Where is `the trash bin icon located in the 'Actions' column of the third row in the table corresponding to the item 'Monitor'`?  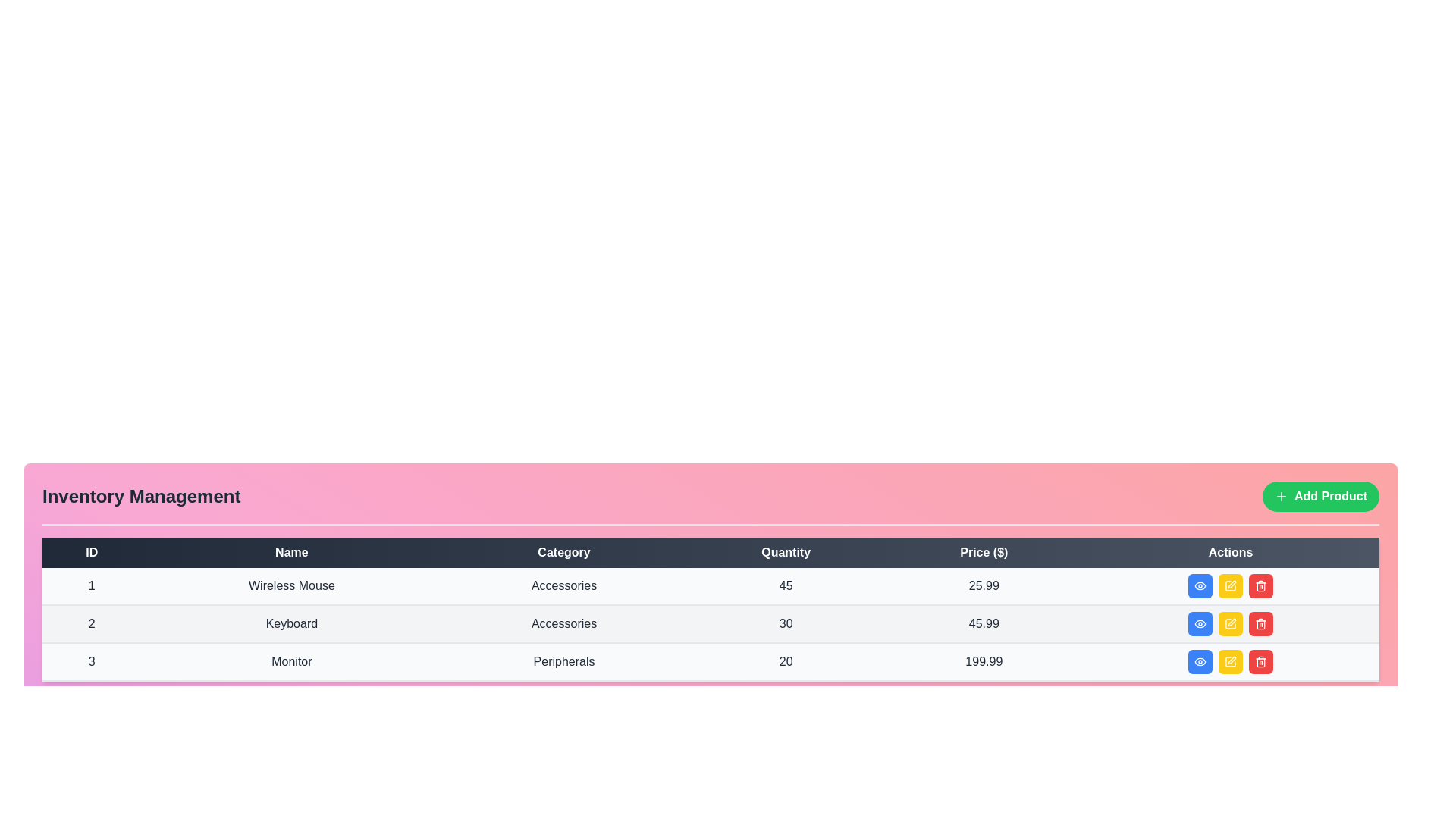
the trash bin icon located in the 'Actions' column of the third row in the table corresponding to the item 'Monitor' is located at coordinates (1261, 625).